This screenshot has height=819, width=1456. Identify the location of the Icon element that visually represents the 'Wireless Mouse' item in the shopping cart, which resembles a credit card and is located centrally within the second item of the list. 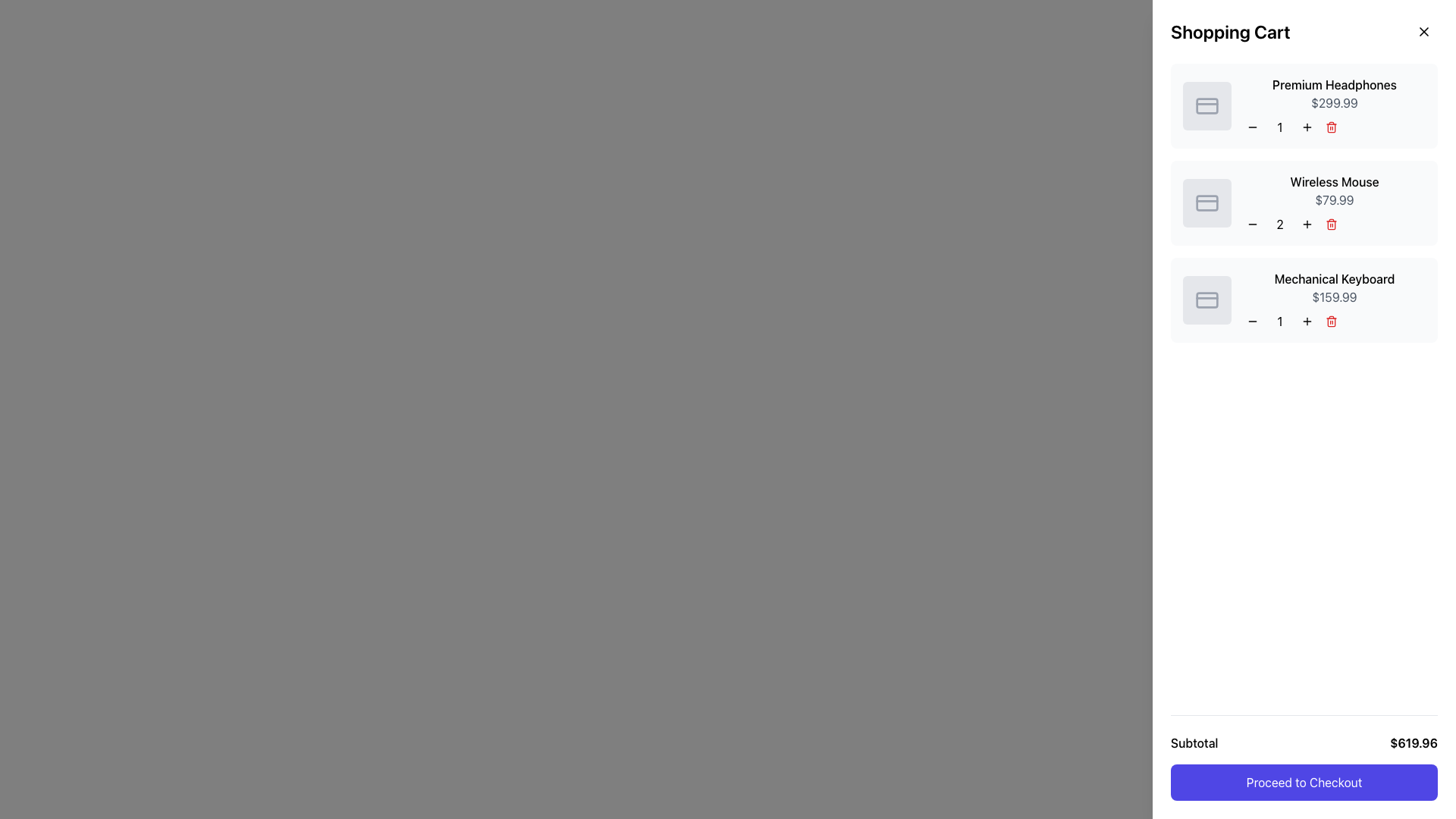
(1207, 202).